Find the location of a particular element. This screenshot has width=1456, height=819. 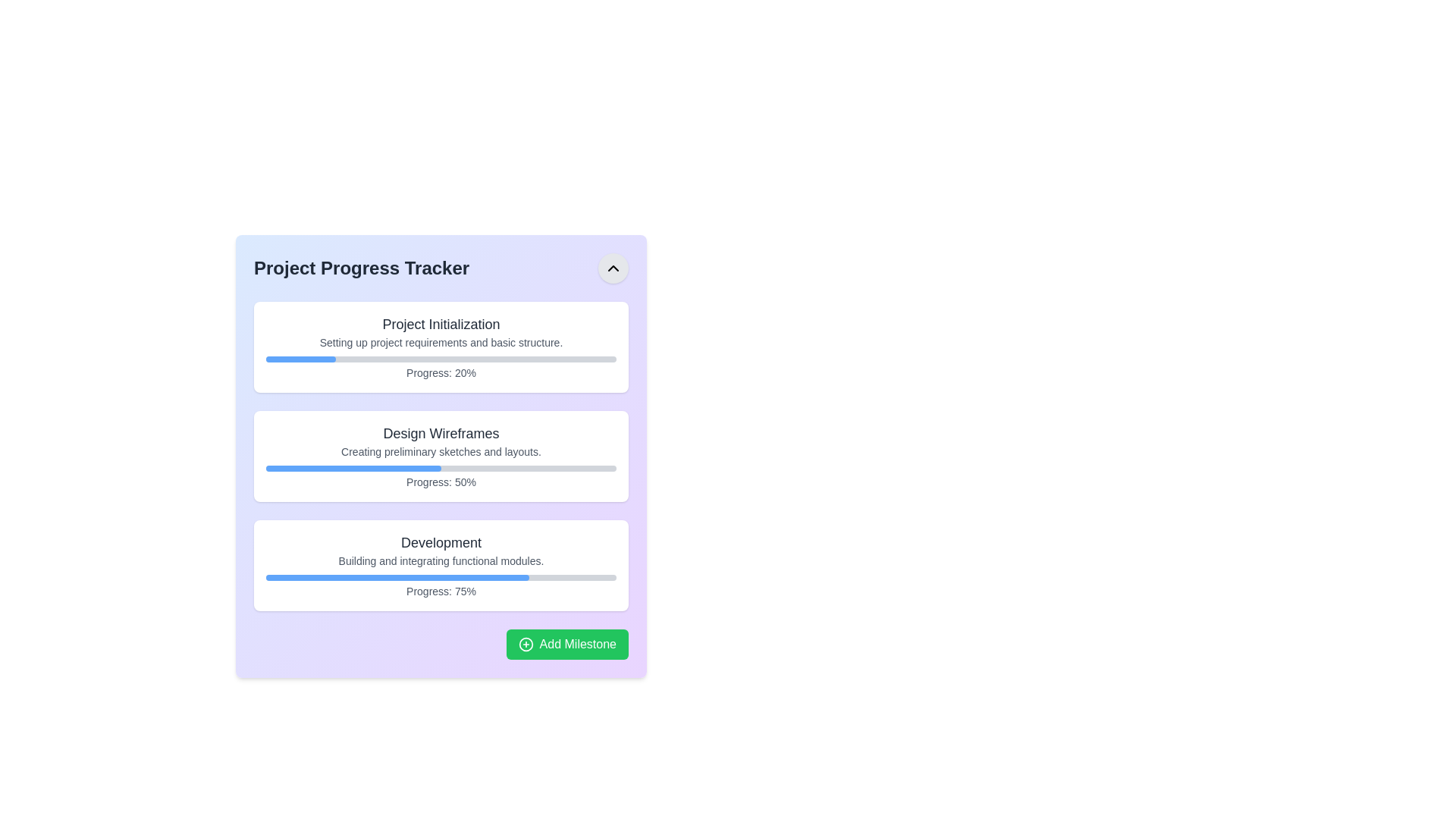

the Text label that describes the current stage of the project, specifically indicating the initialization phase, located under 'Project Initialization' is located at coordinates (440, 342).